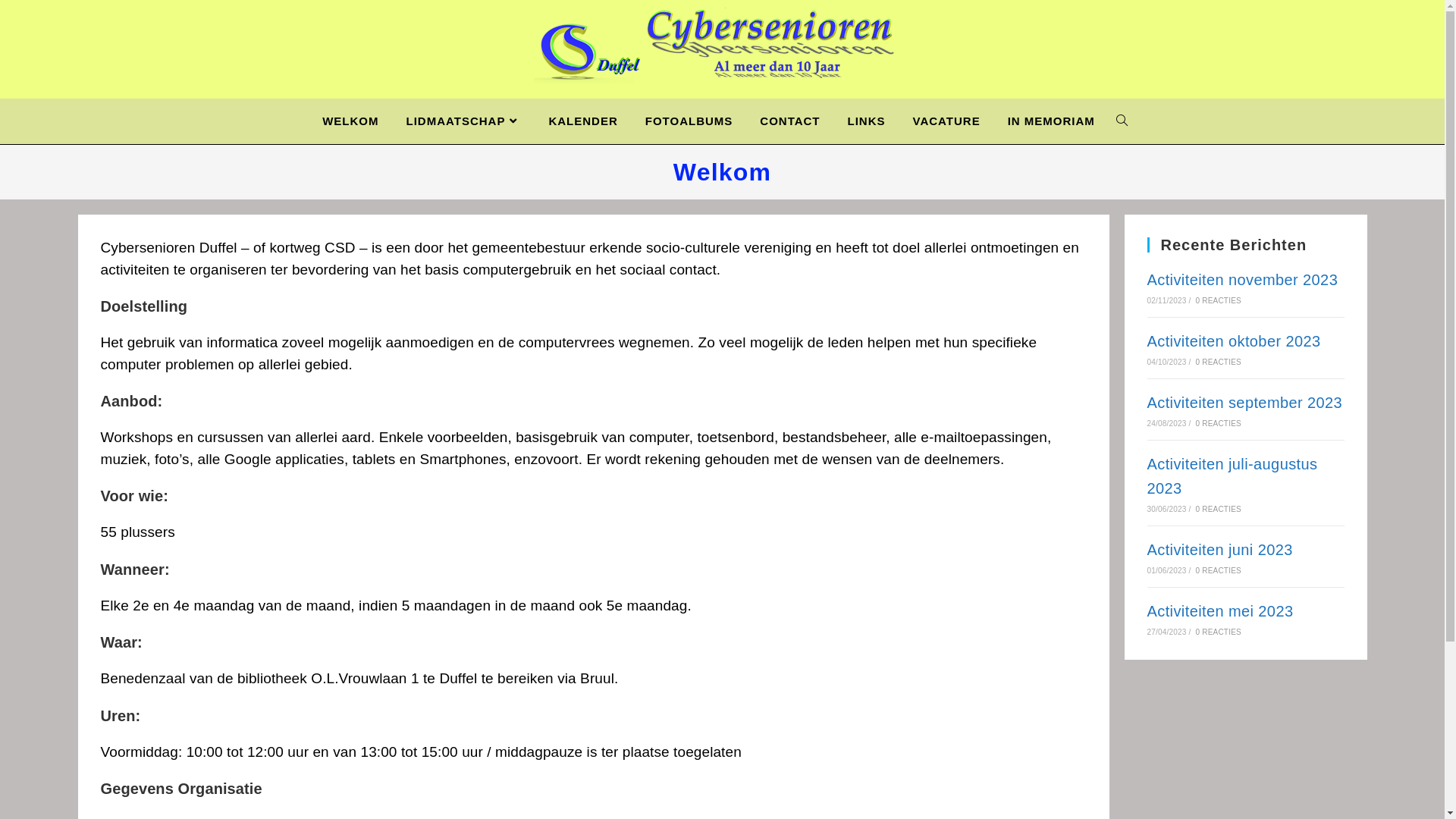 Image resolution: width=1456 pixels, height=819 pixels. I want to click on '0 REACTIES', so click(1219, 509).